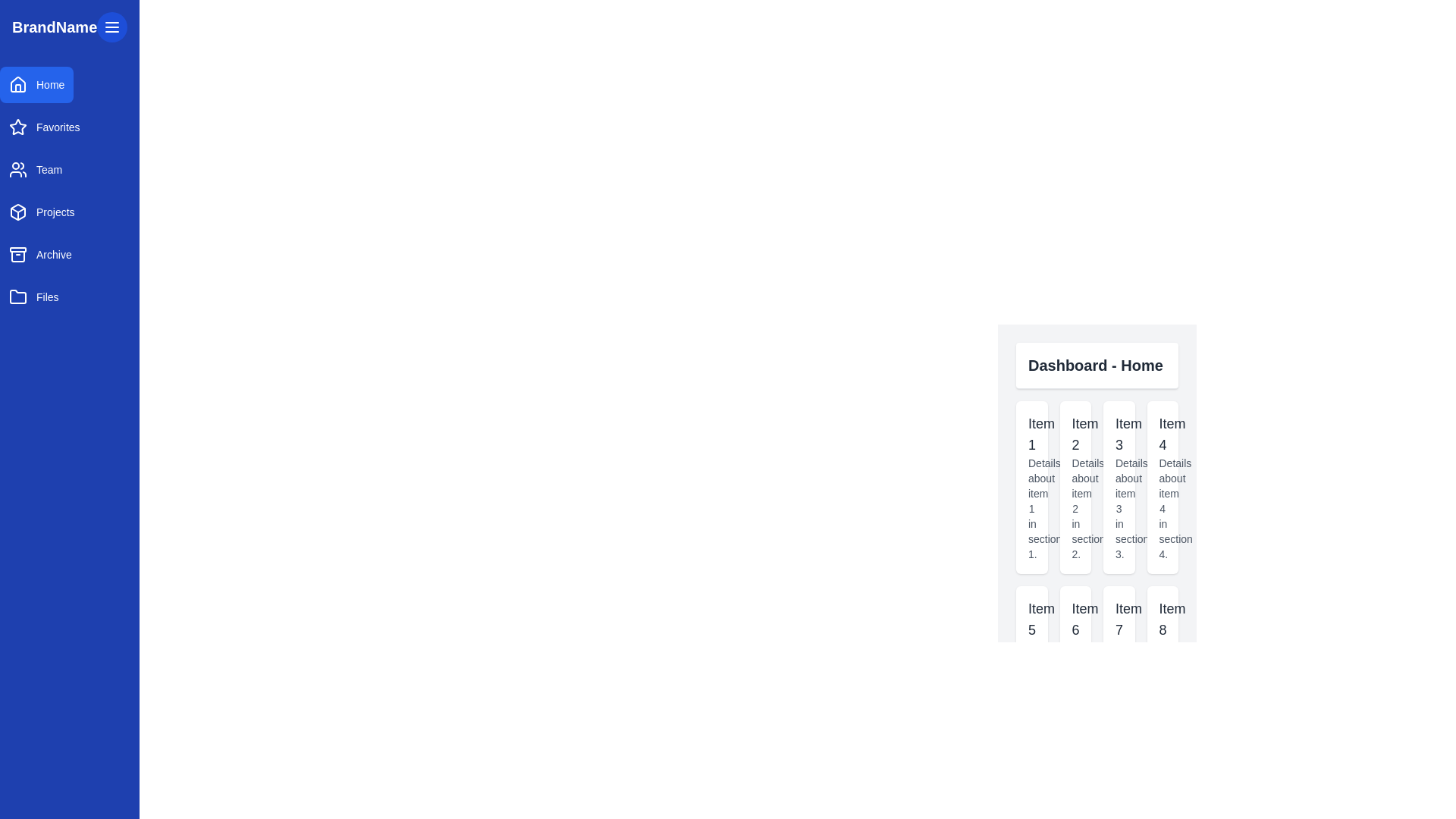 Image resolution: width=1456 pixels, height=819 pixels. Describe the element at coordinates (1031, 509) in the screenshot. I see `the Text Label that provides details related to 'Item 1' in the dashboard layout` at that location.